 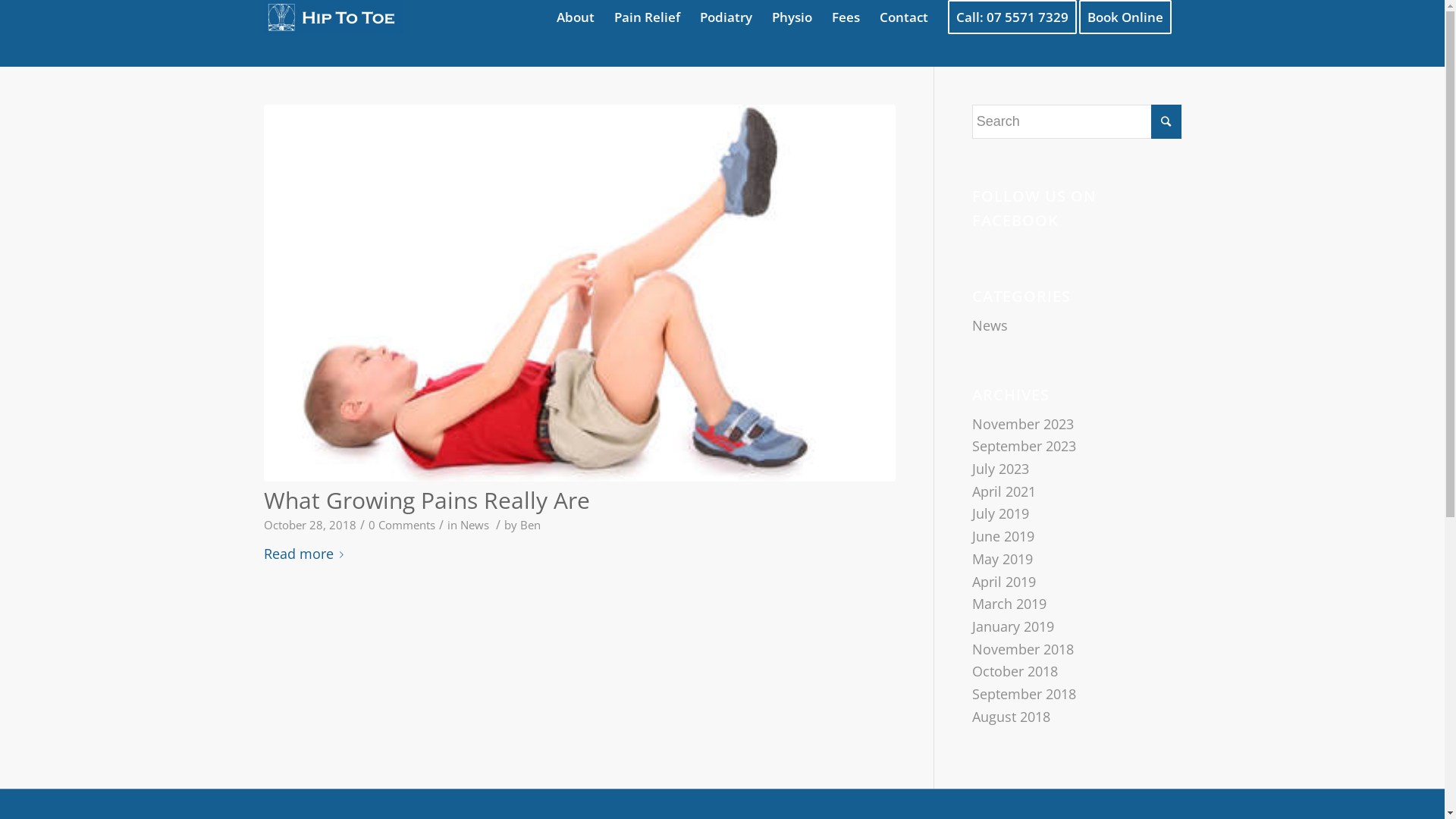 What do you see at coordinates (472, 523) in the screenshot?
I see `'News'` at bounding box center [472, 523].